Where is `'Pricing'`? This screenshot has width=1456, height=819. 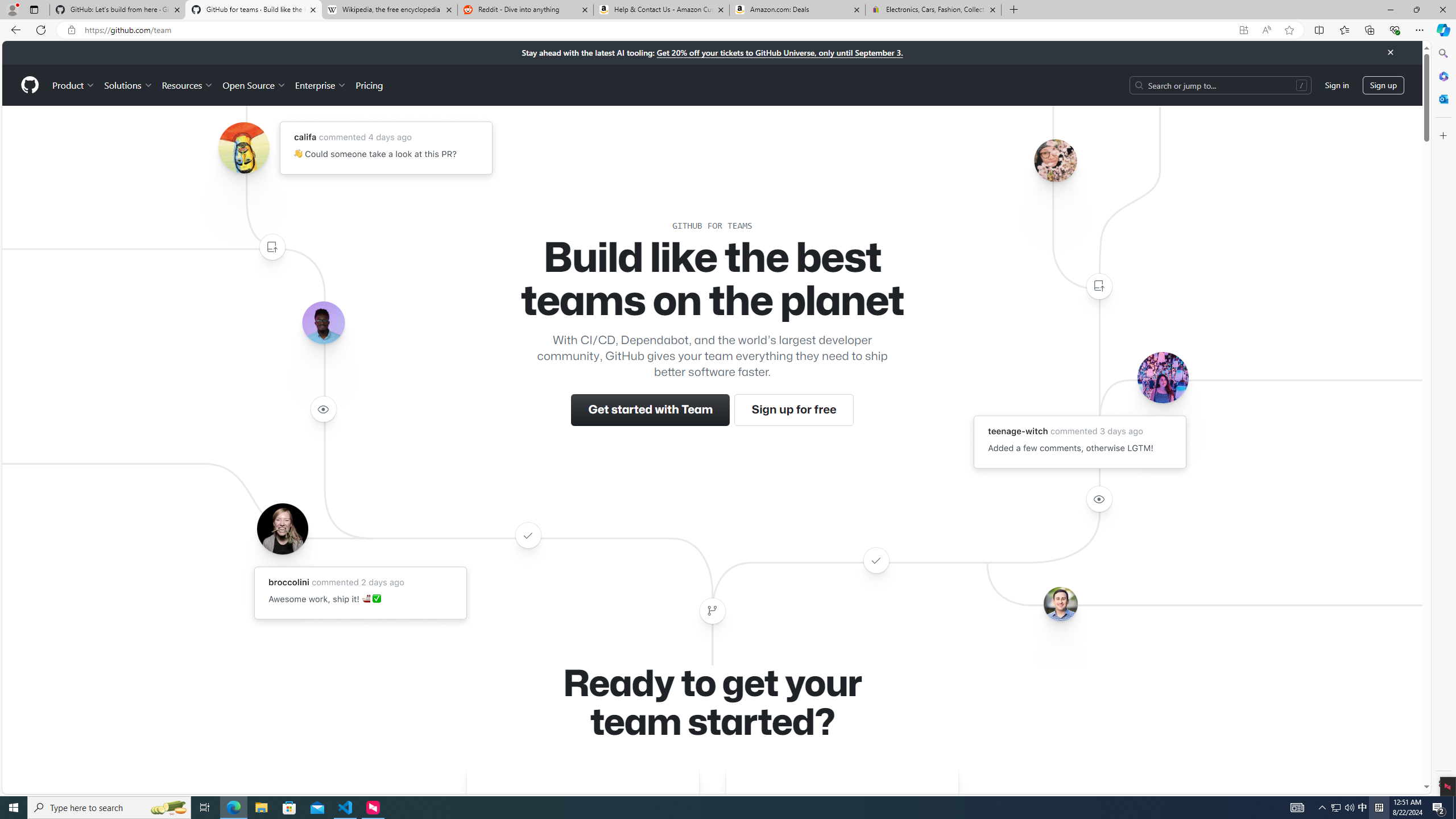 'Pricing' is located at coordinates (369, 85).